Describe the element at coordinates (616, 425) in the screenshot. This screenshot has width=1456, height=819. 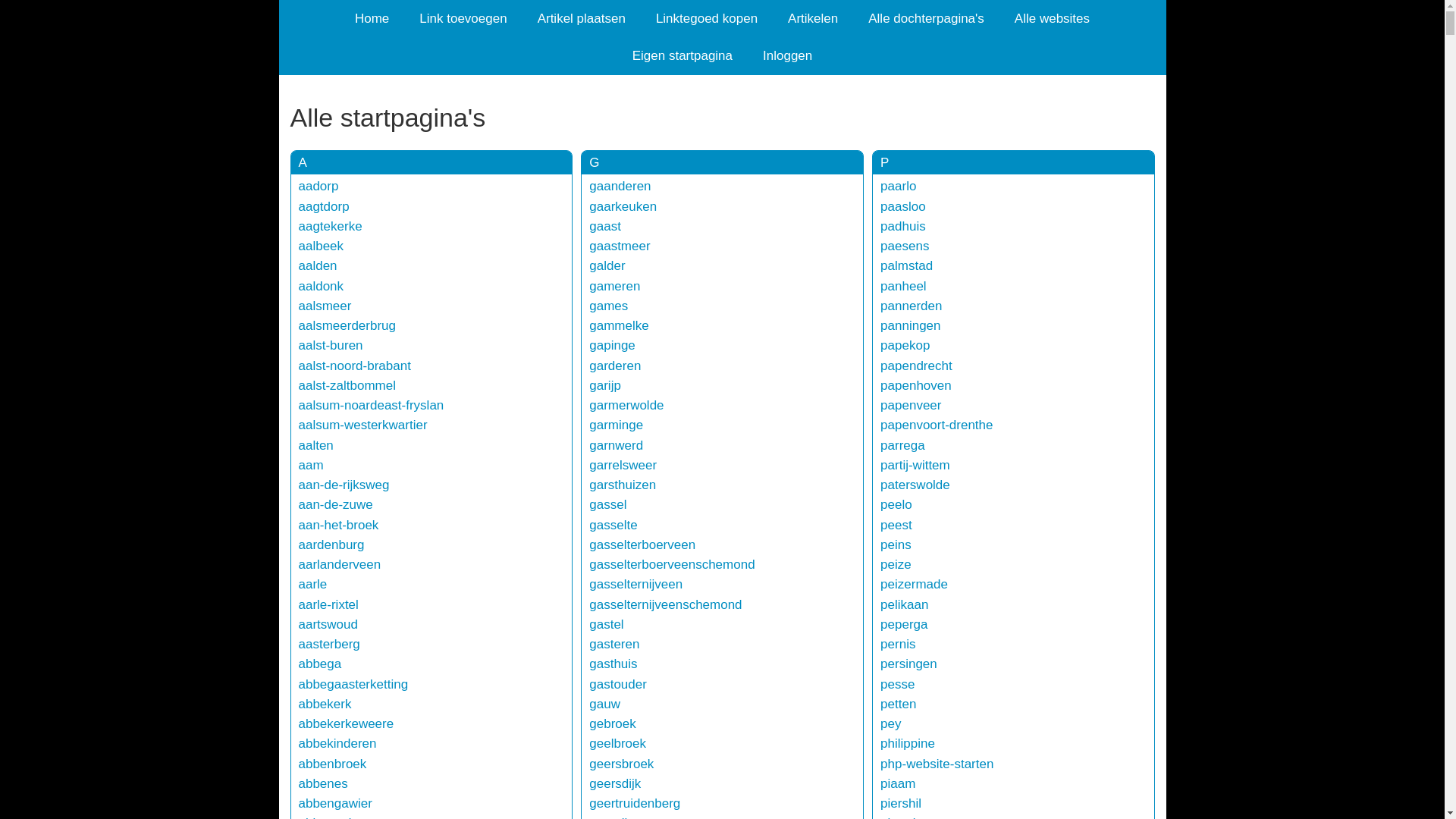
I see `'garminge'` at that location.